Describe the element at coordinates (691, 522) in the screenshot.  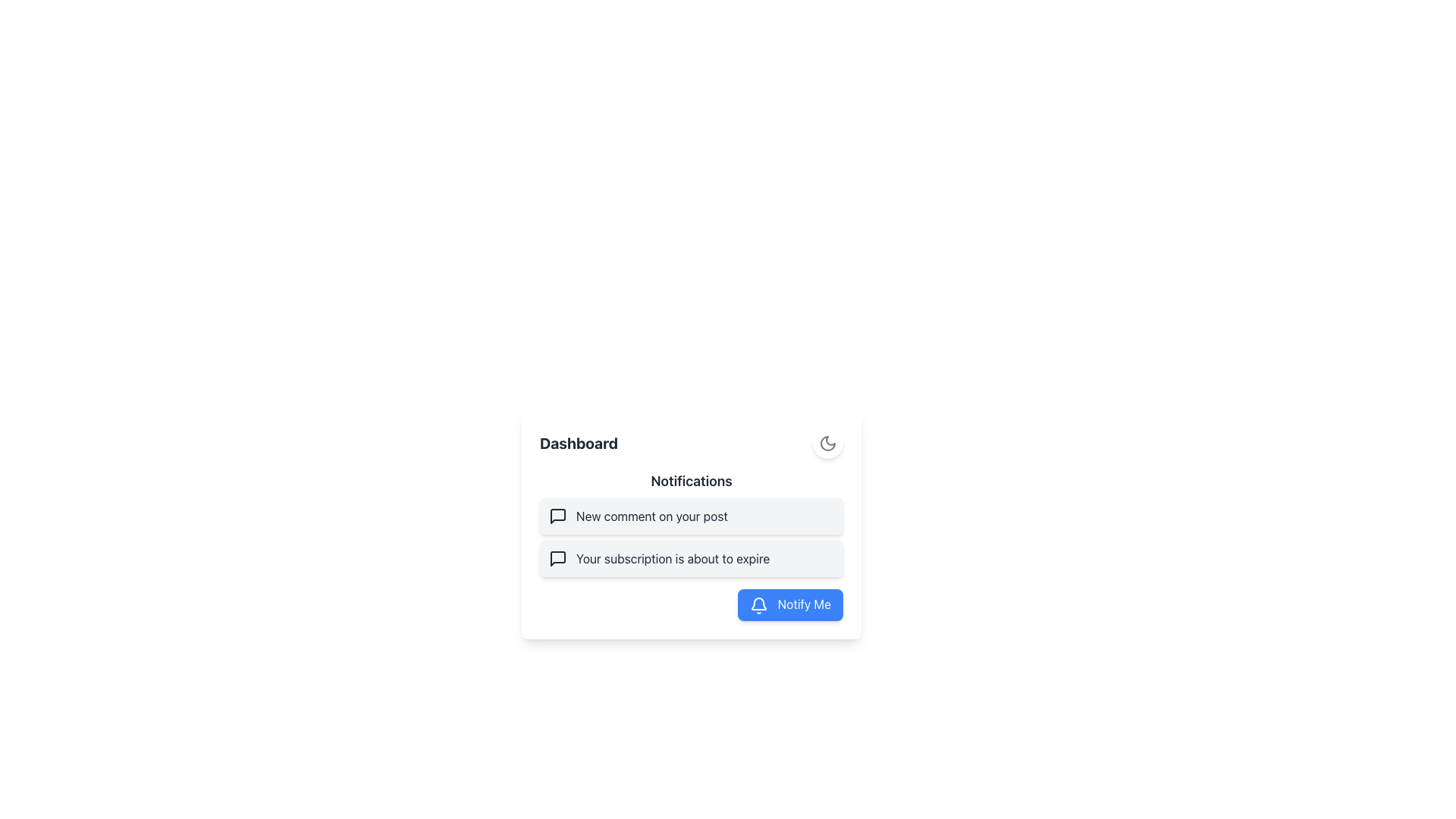
I see `the Alert Panel located centrally within the 'Dashboard' card, which displays notifications and alerts to the user` at that location.